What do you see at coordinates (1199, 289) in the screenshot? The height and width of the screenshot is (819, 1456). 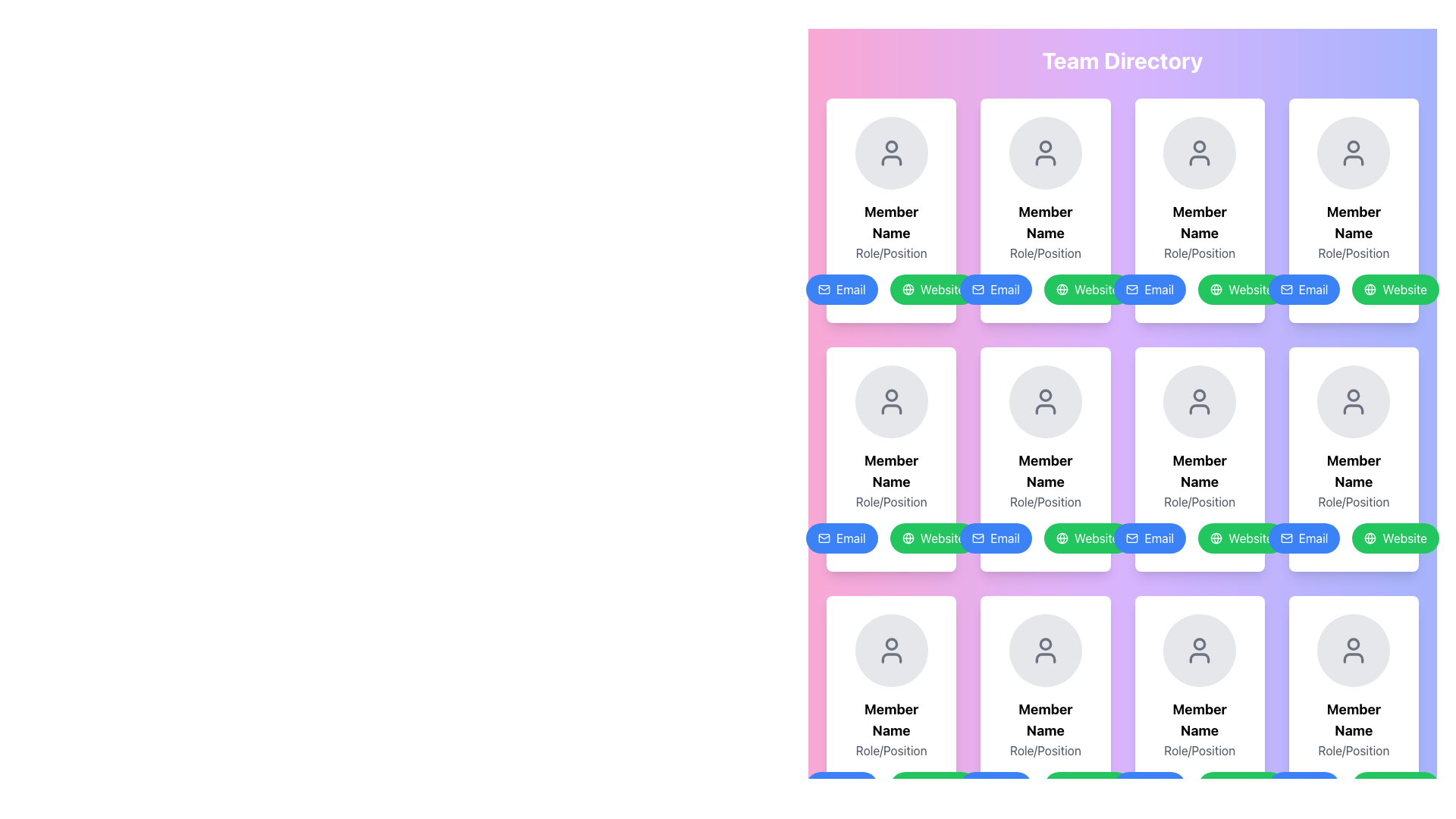 I see `the green rounded button labeled 'Website' with a globe icon, which is the second button from the left in the button group next to the 'Email' button` at bounding box center [1199, 289].